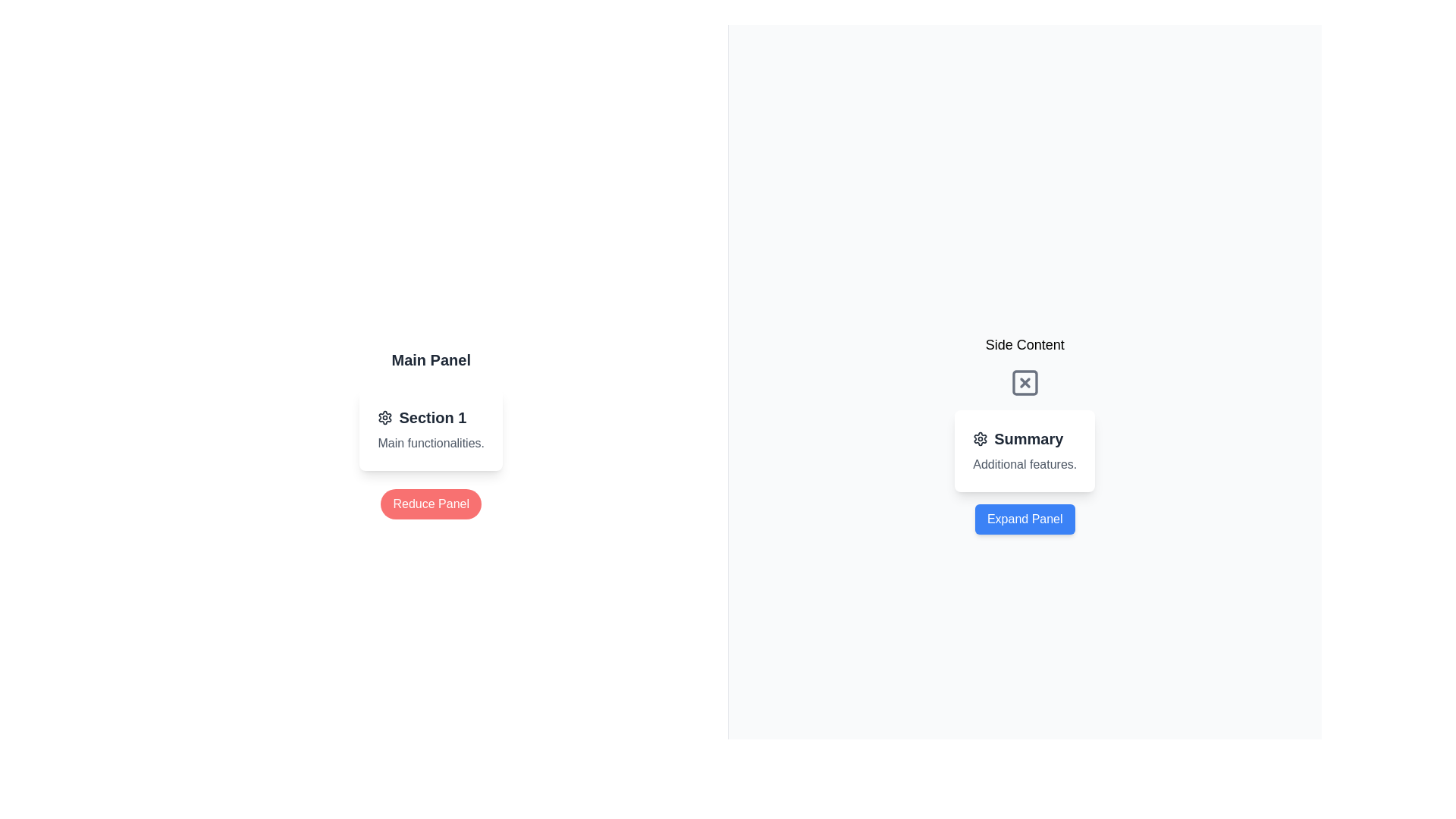 The width and height of the screenshot is (1456, 819). What do you see at coordinates (385, 418) in the screenshot?
I see `the settings icon located to the left of the 'Section 1' label in the 'Main Panel' area` at bounding box center [385, 418].